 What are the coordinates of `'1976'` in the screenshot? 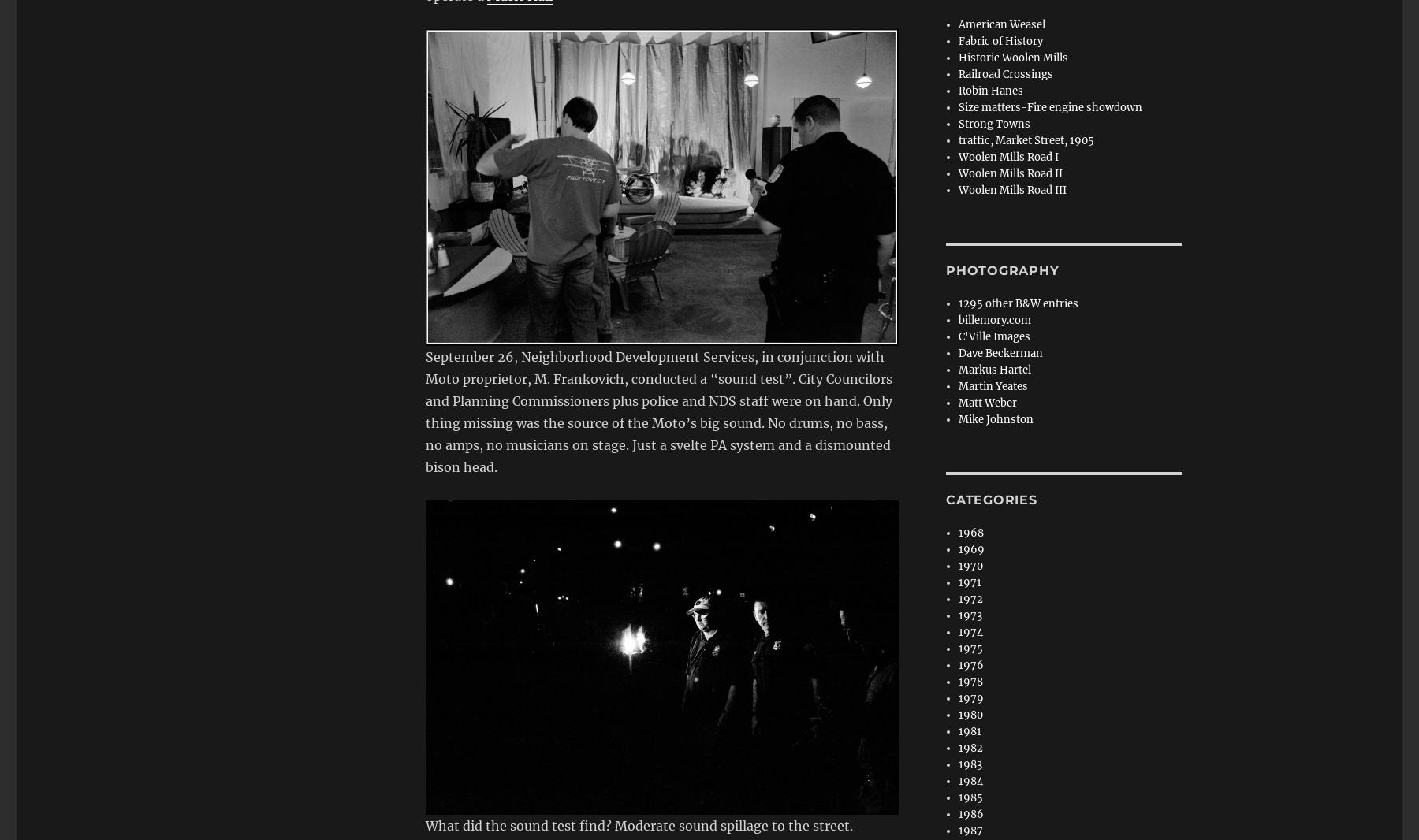 It's located at (970, 665).